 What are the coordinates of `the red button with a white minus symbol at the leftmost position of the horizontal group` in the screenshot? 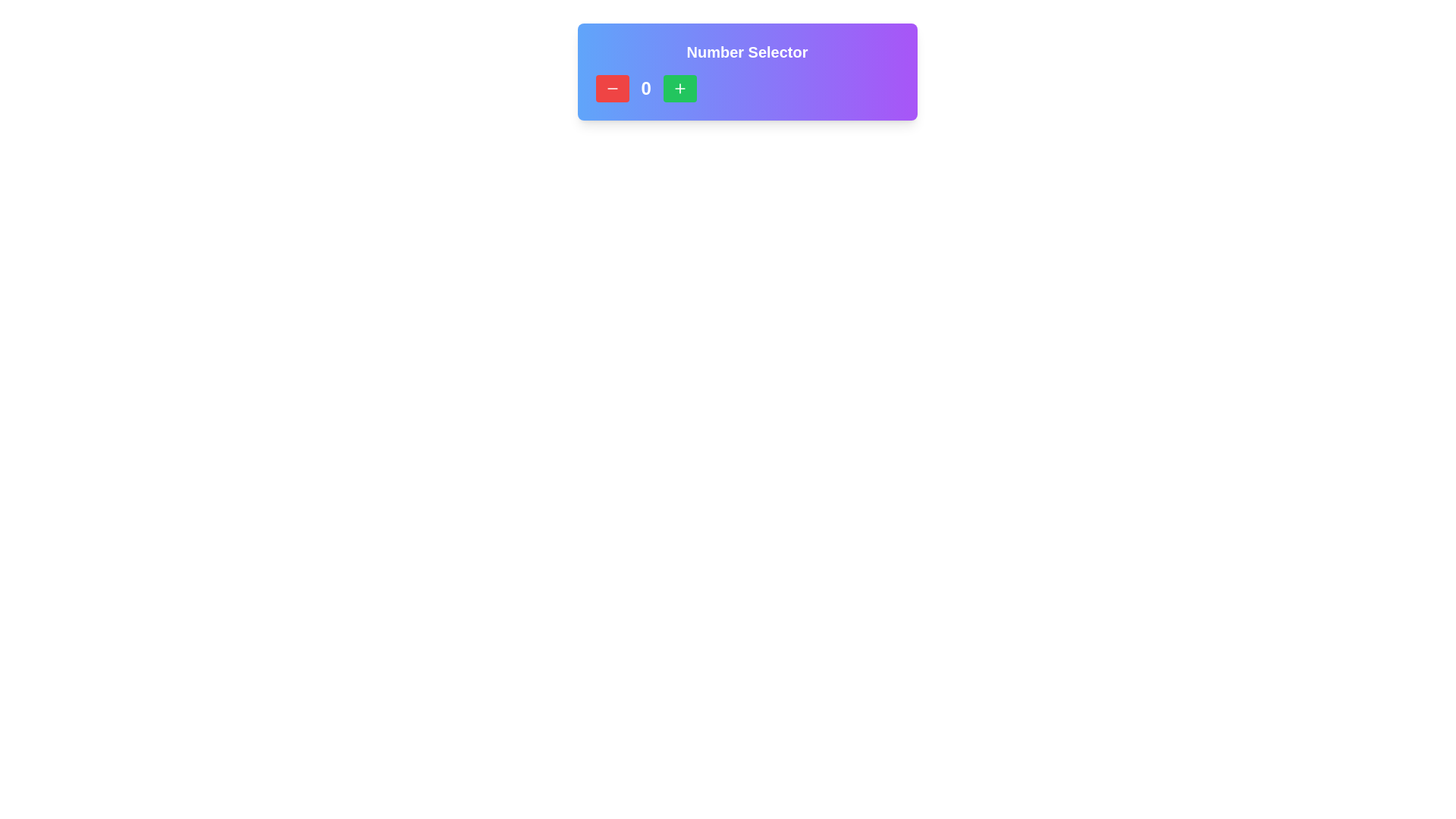 It's located at (612, 88).